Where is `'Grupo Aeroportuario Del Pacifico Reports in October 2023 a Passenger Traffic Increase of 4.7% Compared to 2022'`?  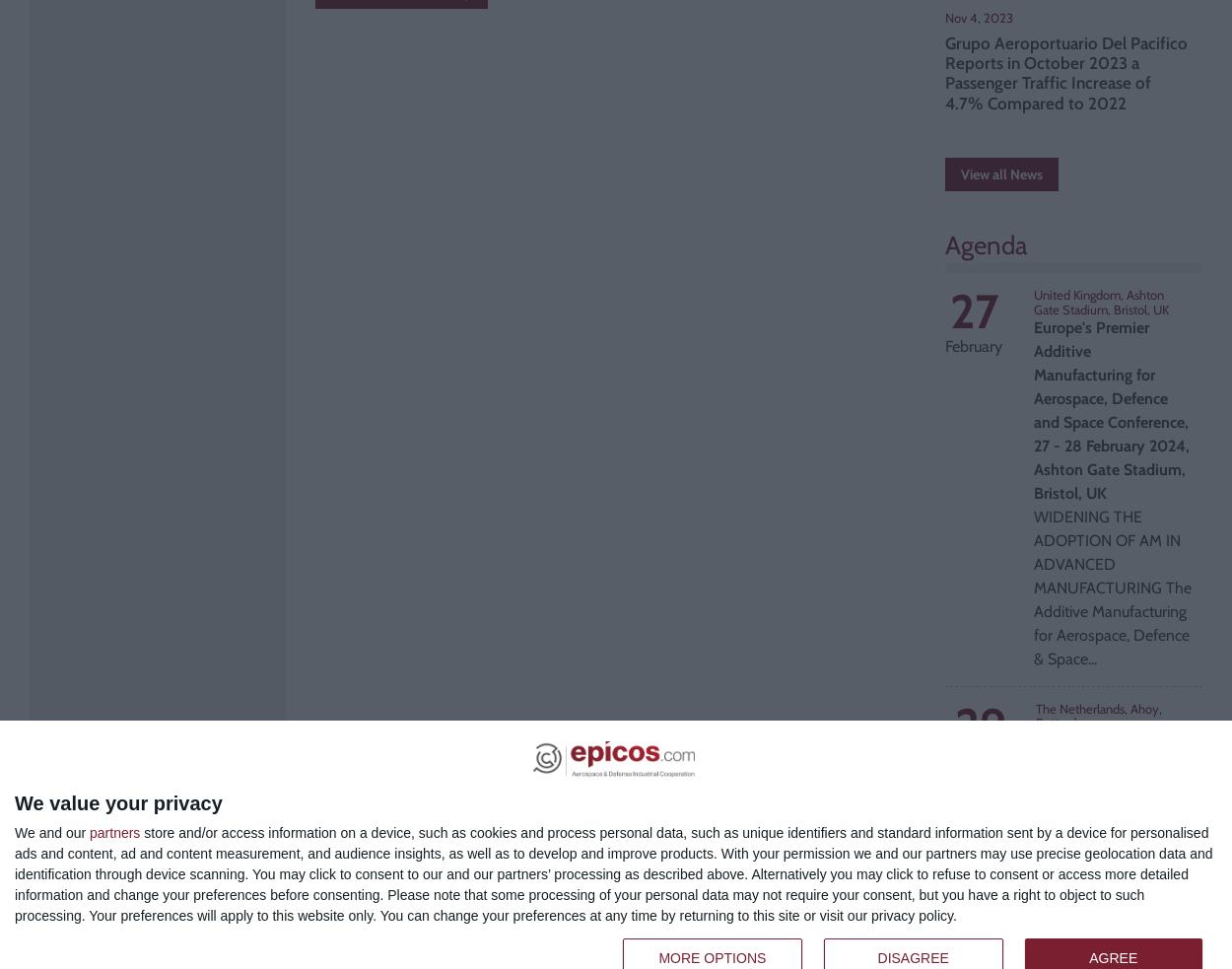 'Grupo Aeroportuario Del Pacifico Reports in October 2023 a Passenger Traffic Increase of 4.7% Compared to 2022' is located at coordinates (1065, 71).